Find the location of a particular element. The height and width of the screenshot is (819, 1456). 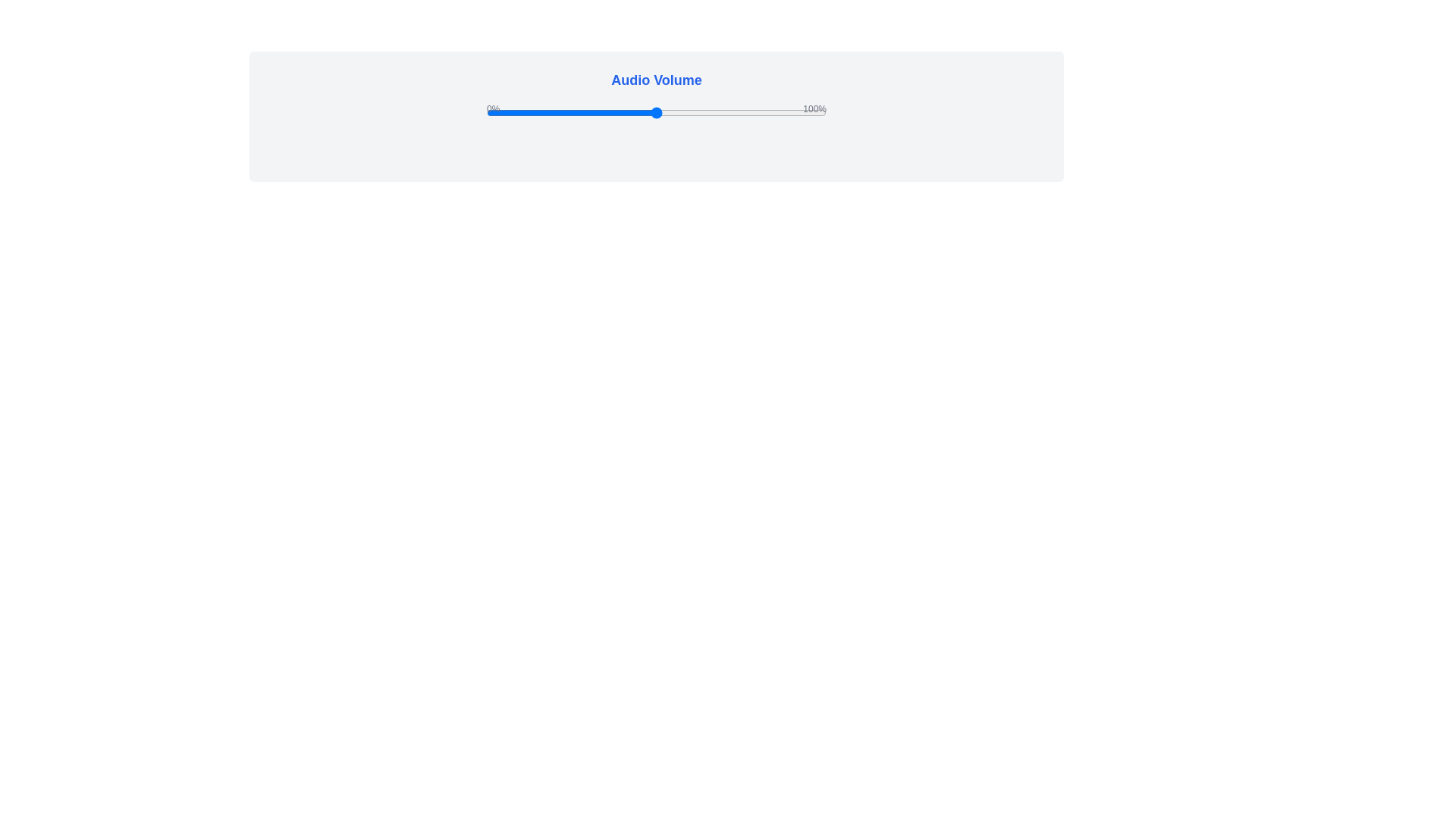

text content of the static label displaying '100%' which is styled with a small font size and gray color, located at the far-right of the slider control is located at coordinates (814, 108).